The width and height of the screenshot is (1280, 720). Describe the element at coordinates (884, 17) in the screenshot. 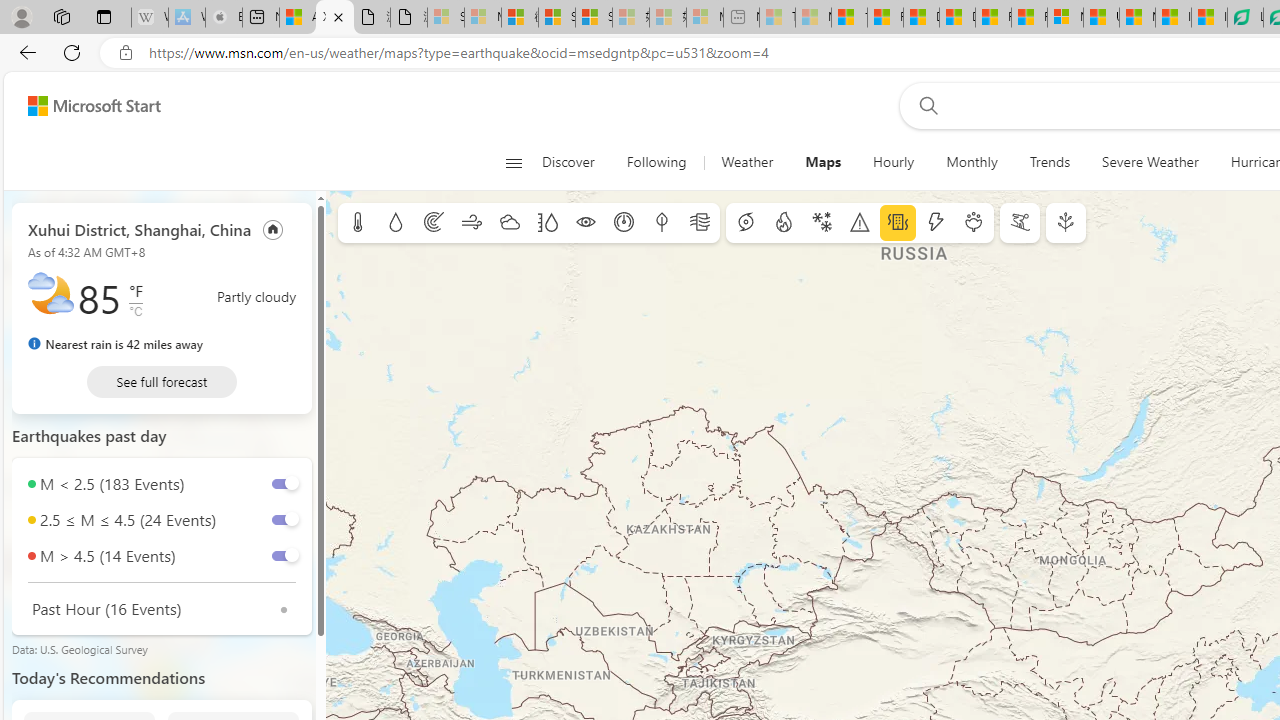

I see `'Food and Drink - MSN'` at that location.